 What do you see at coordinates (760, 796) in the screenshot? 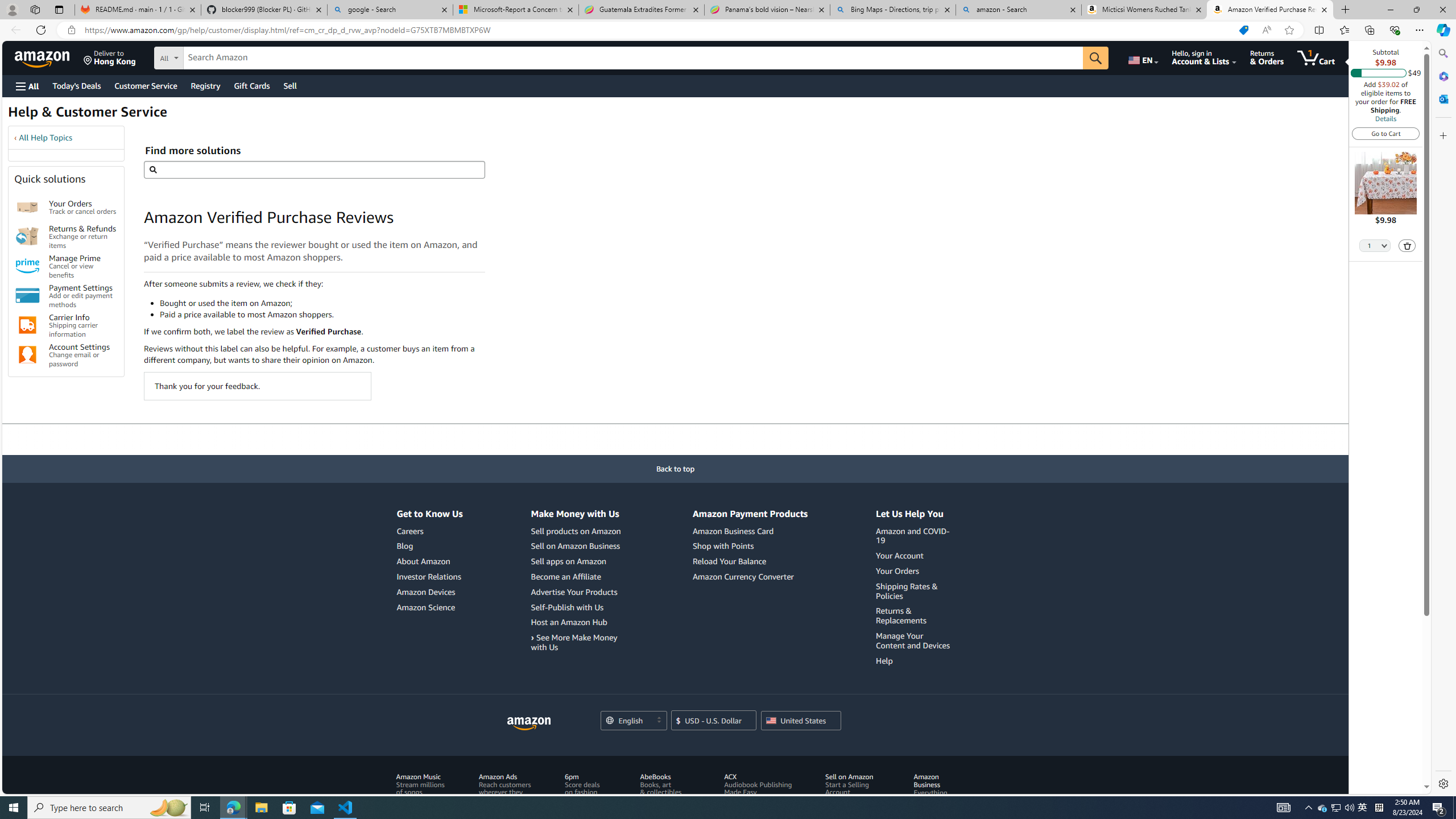
I see `'ACX Audiobook Publishing Made Easy'` at bounding box center [760, 796].